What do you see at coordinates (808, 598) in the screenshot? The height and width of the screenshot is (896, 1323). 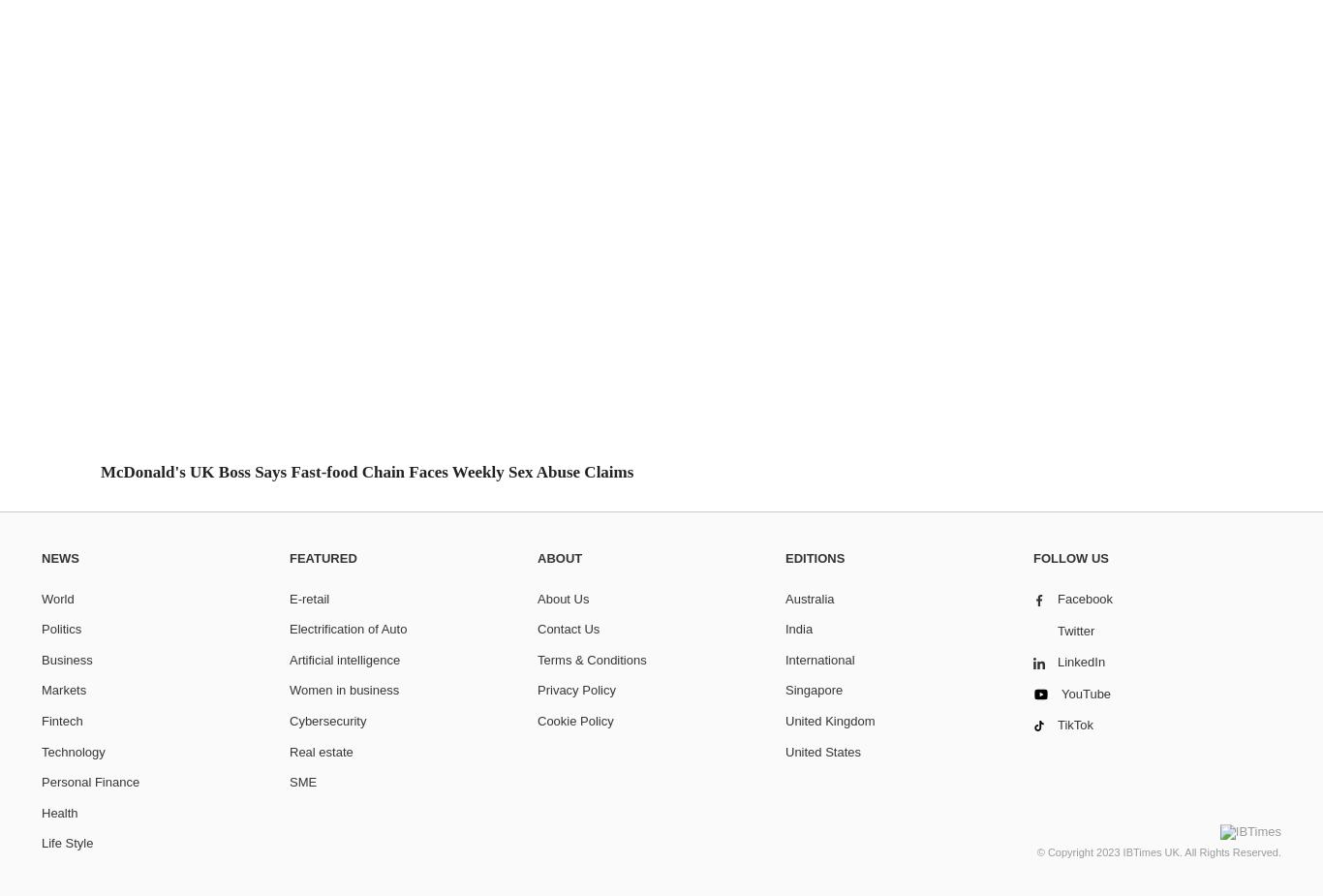 I see `'Australia'` at bounding box center [808, 598].